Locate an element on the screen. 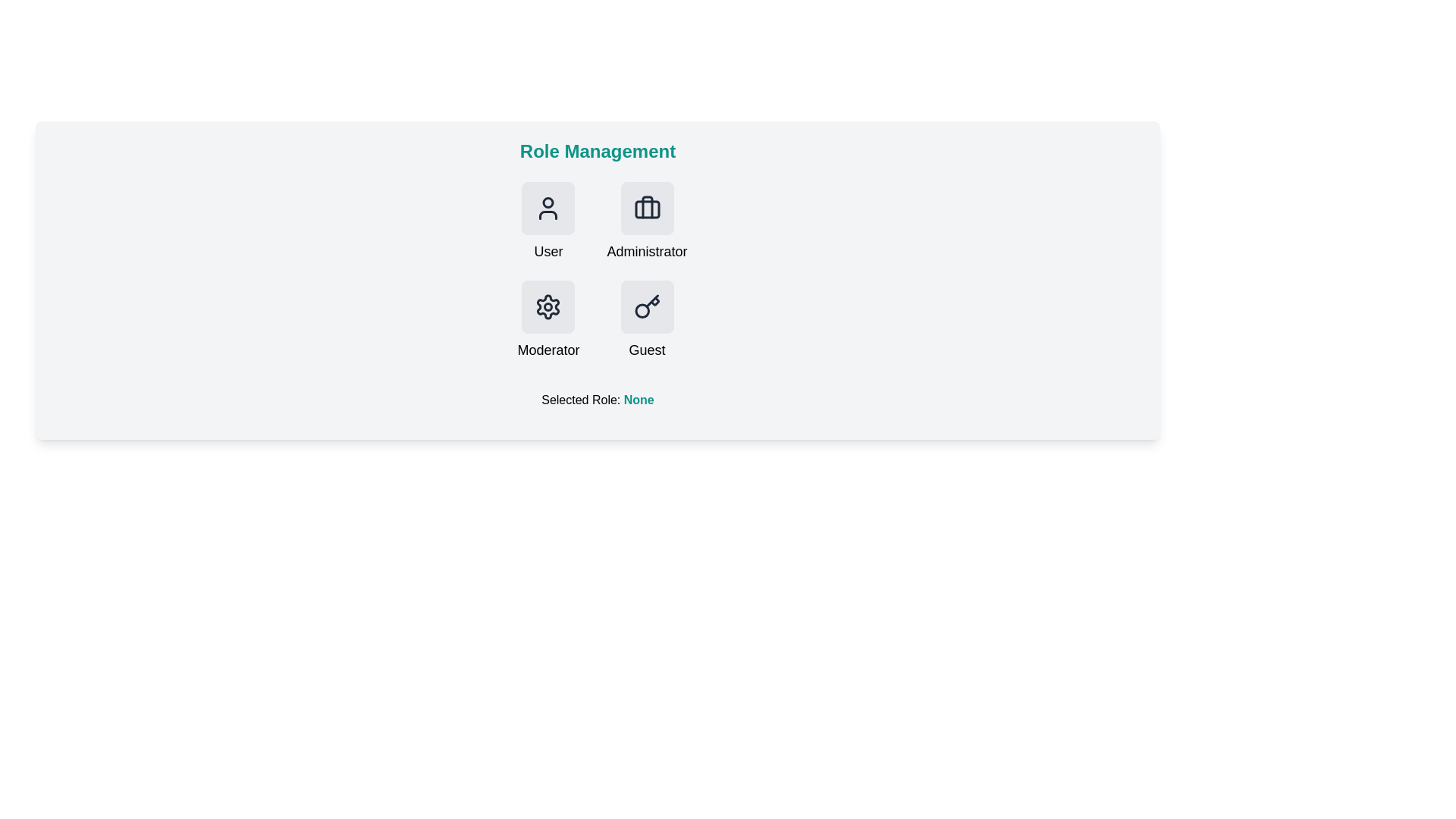 This screenshot has height=819, width=1456. the 'Administrator' text label displayed in bold font, located in the second column of the Role Management section, directly below the briefcase icon is located at coordinates (647, 250).